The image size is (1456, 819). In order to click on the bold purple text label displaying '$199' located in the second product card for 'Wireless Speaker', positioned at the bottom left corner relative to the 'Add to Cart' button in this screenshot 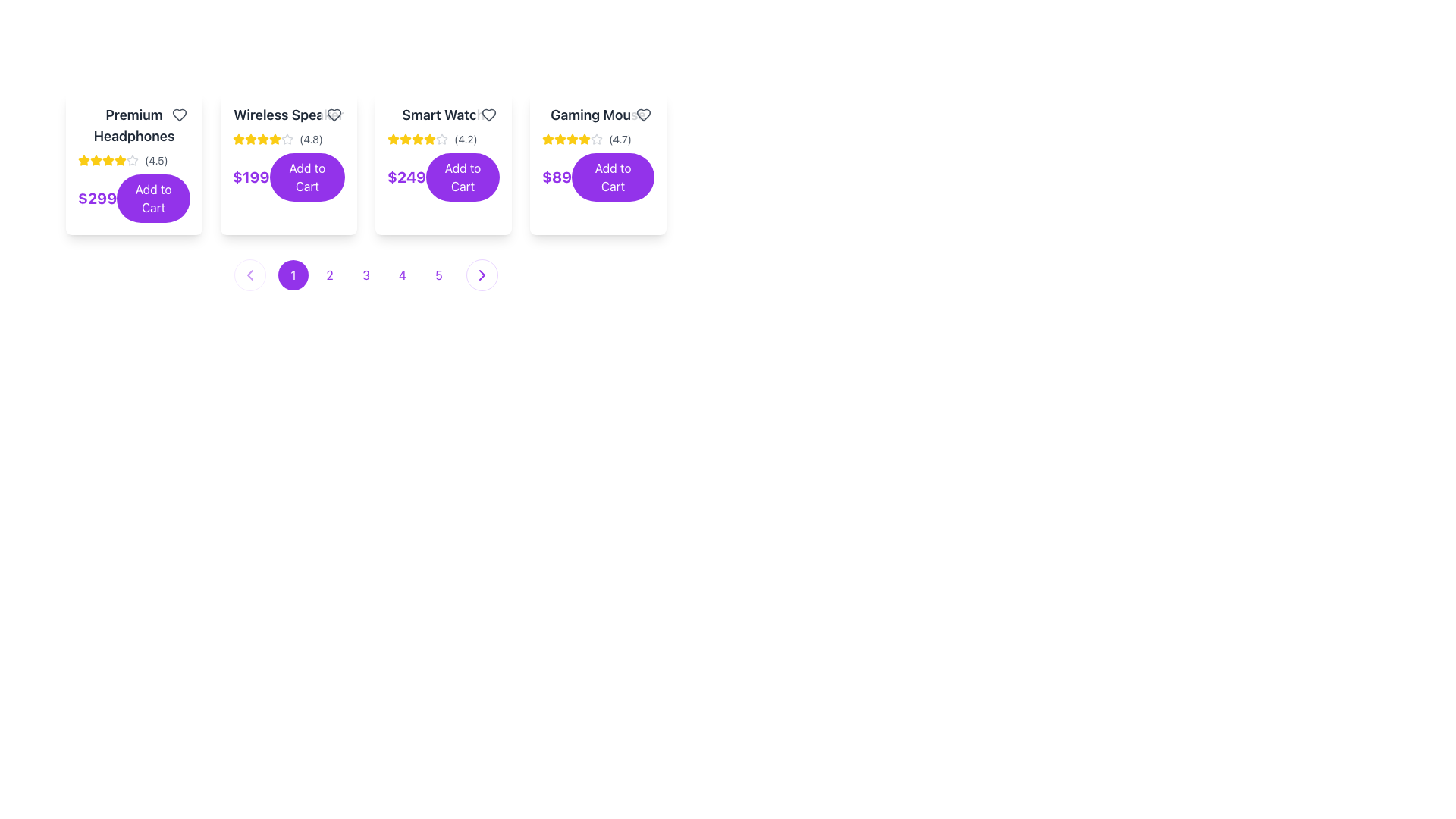, I will do `click(251, 177)`.